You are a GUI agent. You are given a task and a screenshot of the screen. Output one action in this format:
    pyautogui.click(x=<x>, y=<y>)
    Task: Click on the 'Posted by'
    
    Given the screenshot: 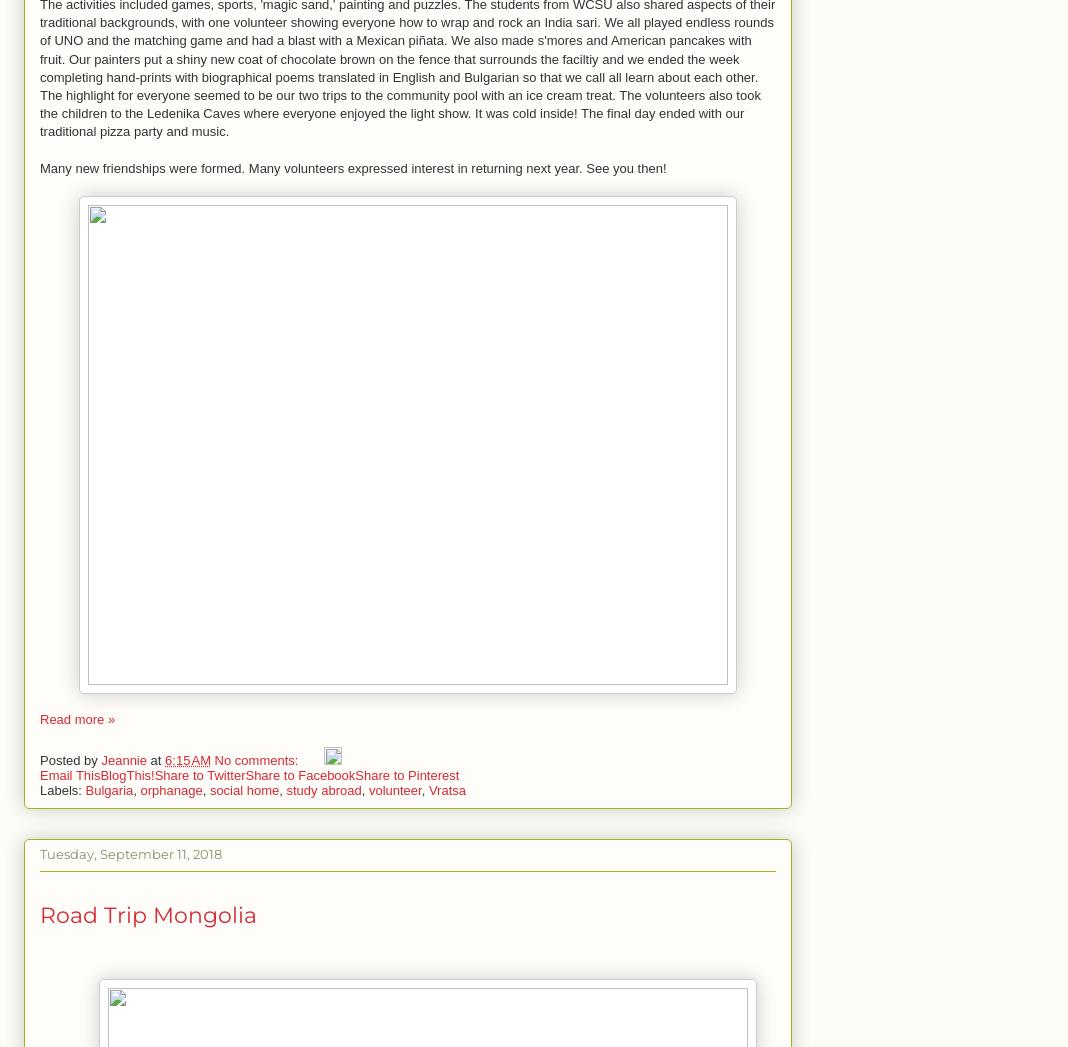 What is the action you would take?
    pyautogui.click(x=69, y=759)
    